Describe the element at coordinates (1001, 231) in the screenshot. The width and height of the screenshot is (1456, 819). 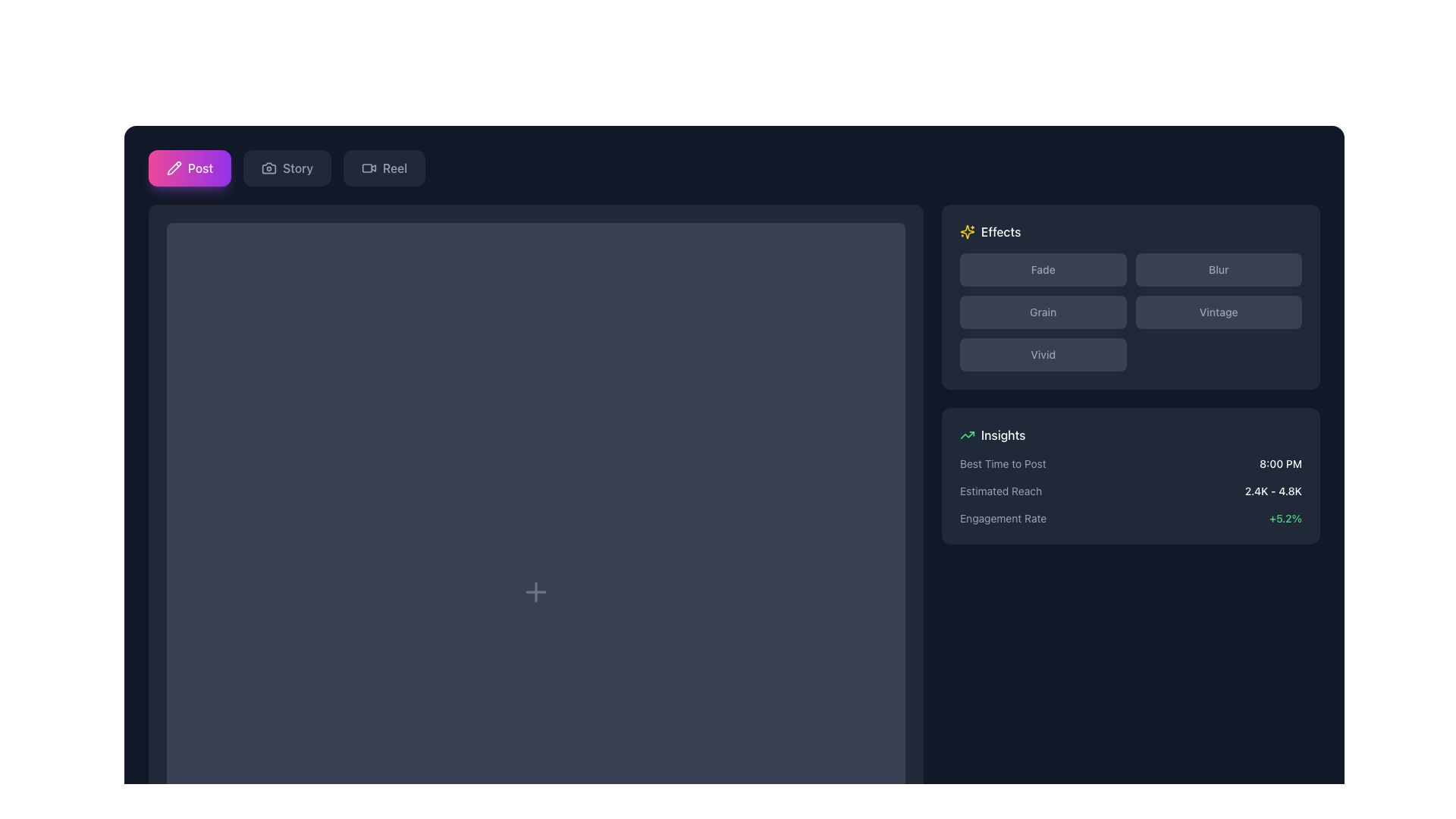
I see `the information content displayed in the 'Effects' textual label styled in white on a dark background, located in the upper-right section of the interface` at that location.